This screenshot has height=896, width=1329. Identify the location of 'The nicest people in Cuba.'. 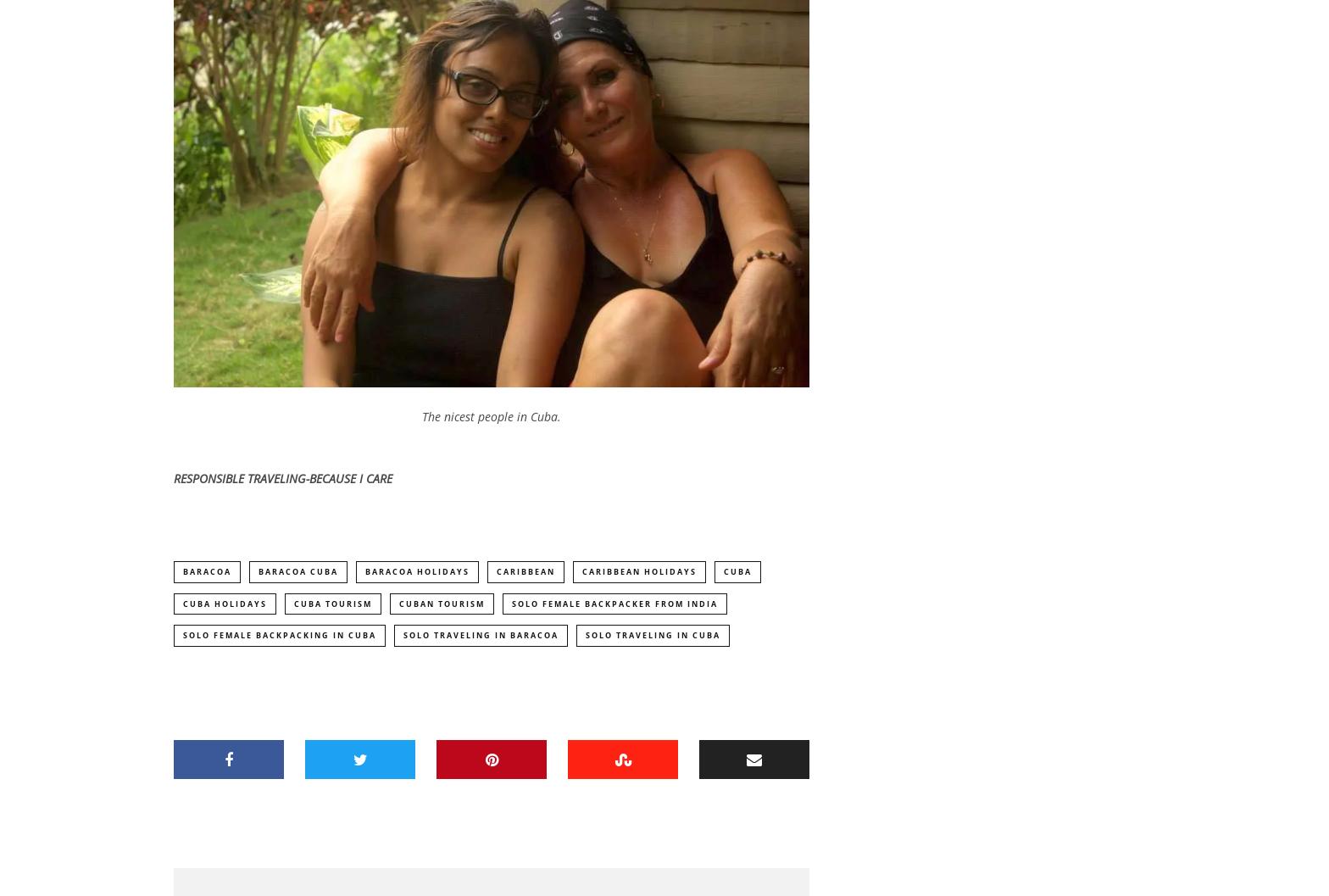
(492, 417).